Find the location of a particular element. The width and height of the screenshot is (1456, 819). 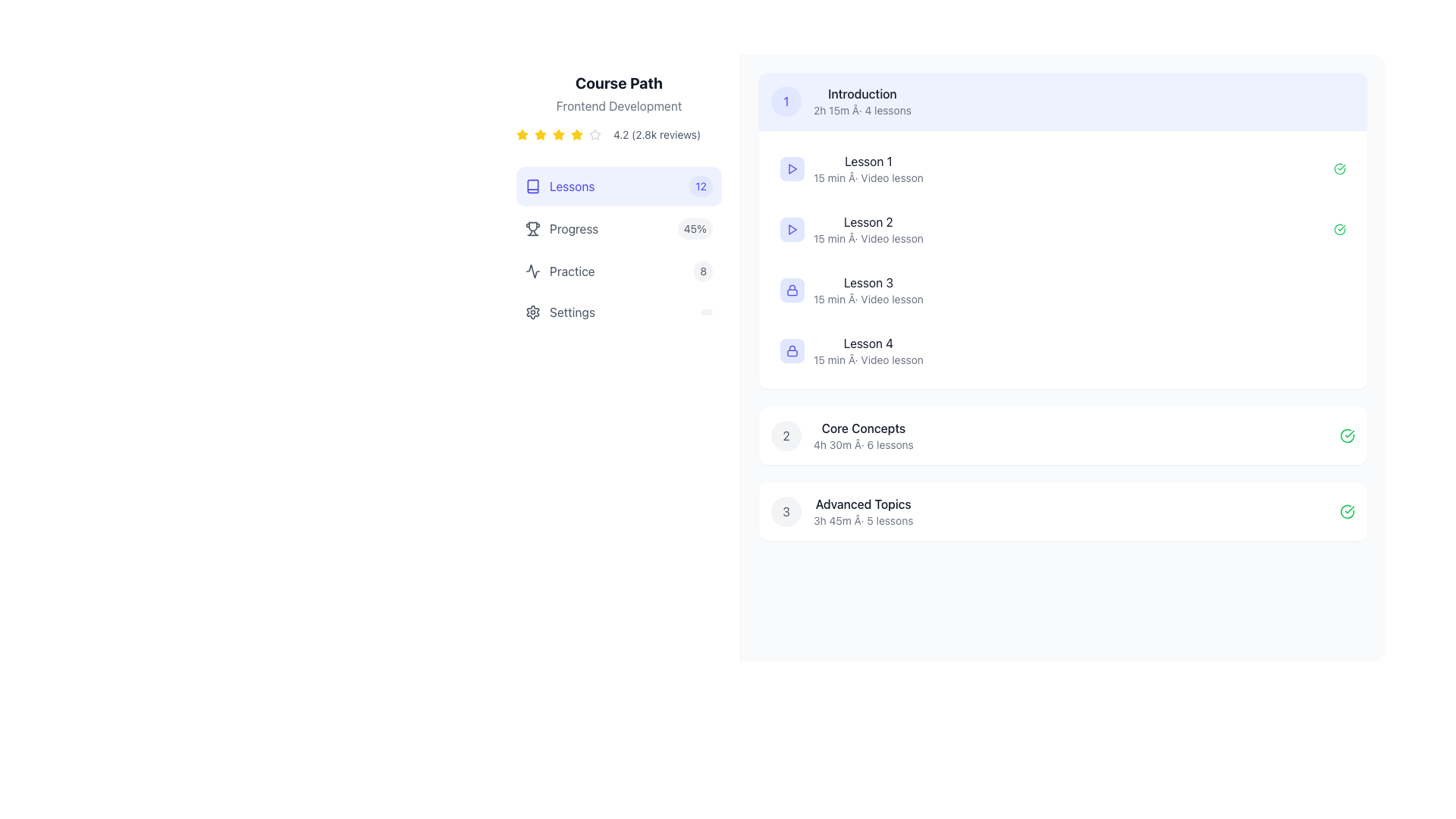

the 'Lesson 3' list item, which features a lock icon in a lavender circular background and displays the title 'Lesson 3' in bold black characters and its description '15 min · Video lesson' below it is located at coordinates (852, 290).